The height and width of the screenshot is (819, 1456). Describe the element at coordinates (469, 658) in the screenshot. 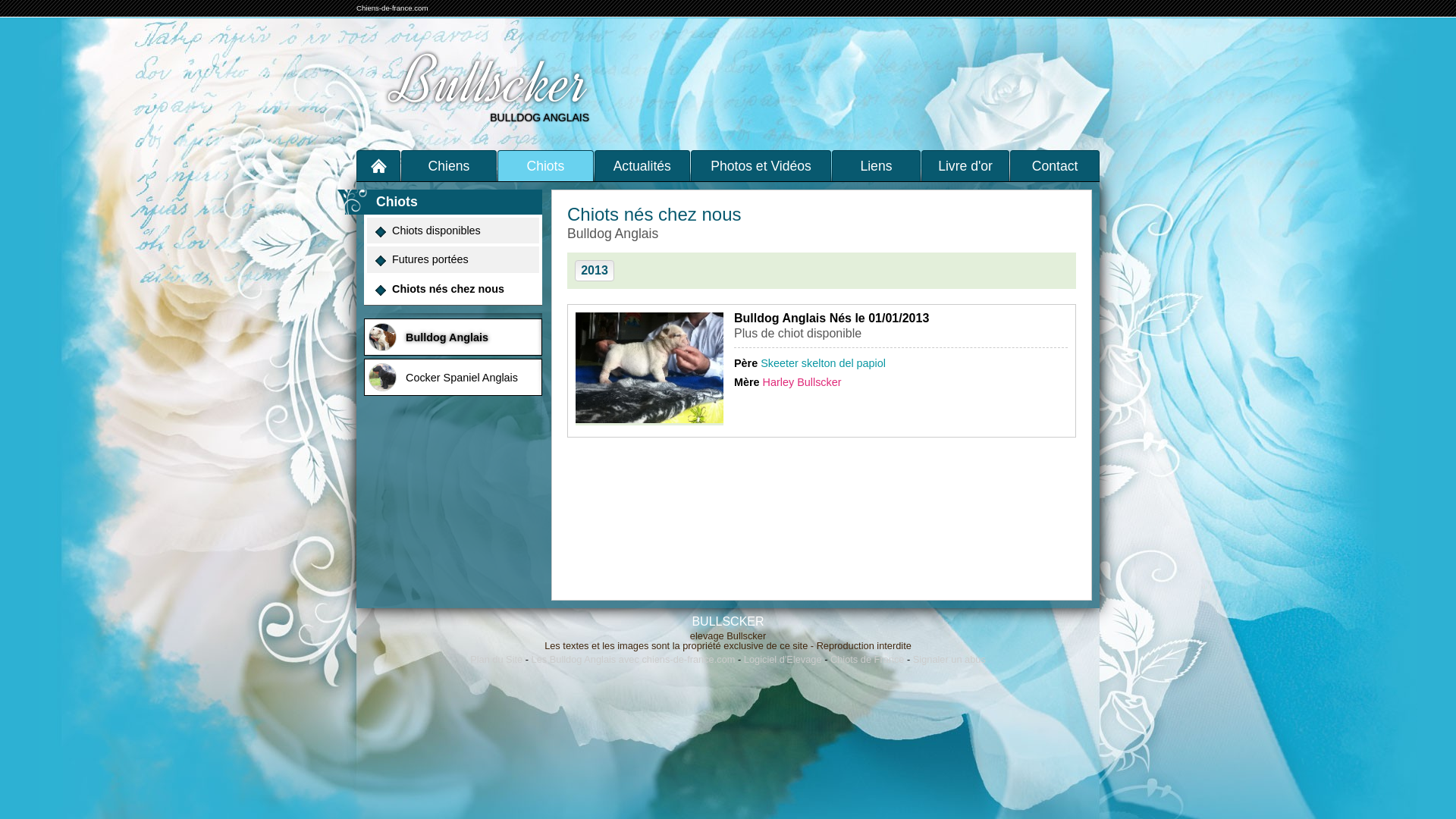

I see `'Plan du Site'` at that location.